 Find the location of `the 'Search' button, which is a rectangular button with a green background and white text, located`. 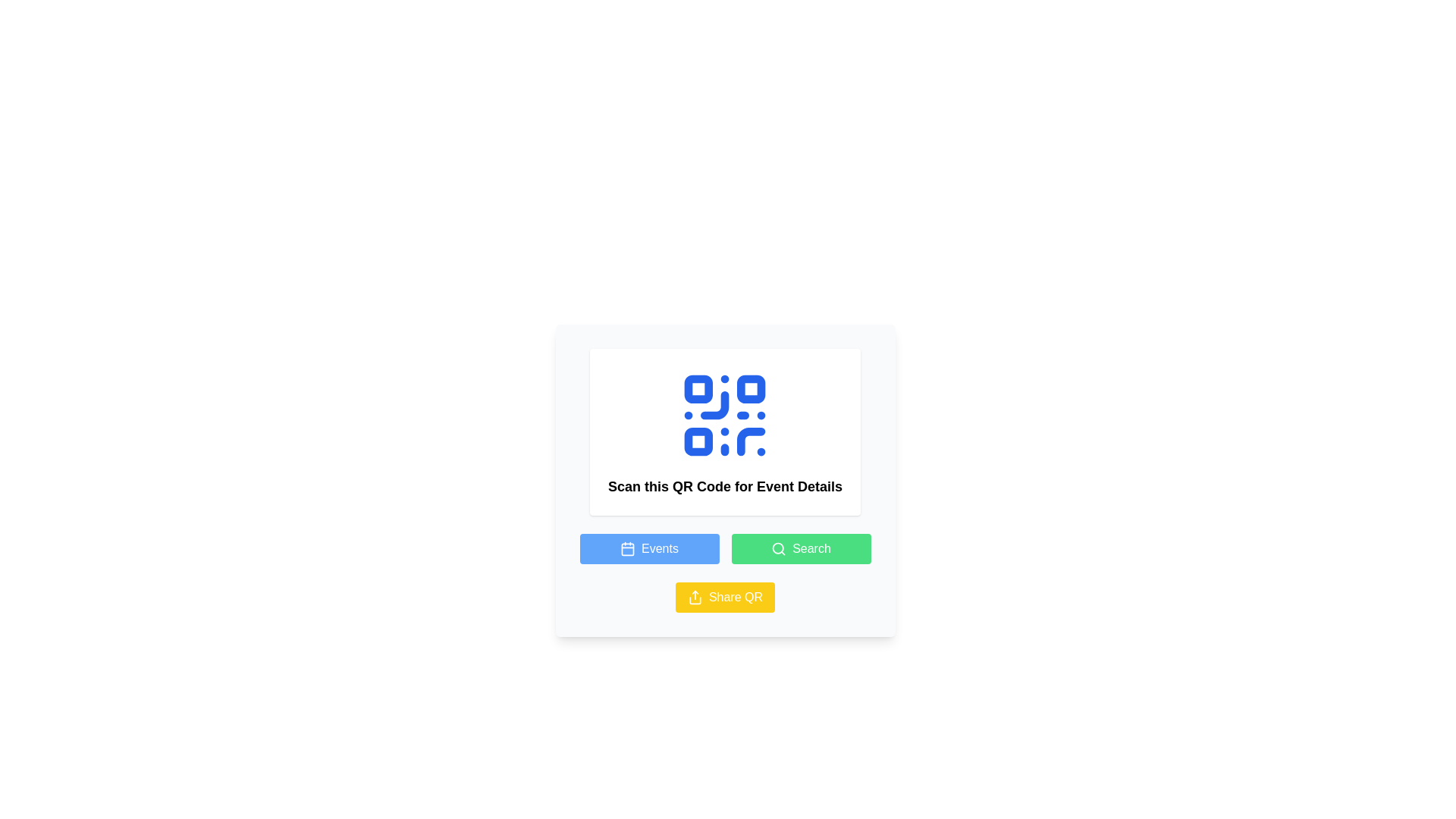

the 'Search' button, which is a rectangular button with a green background and white text, located is located at coordinates (800, 549).